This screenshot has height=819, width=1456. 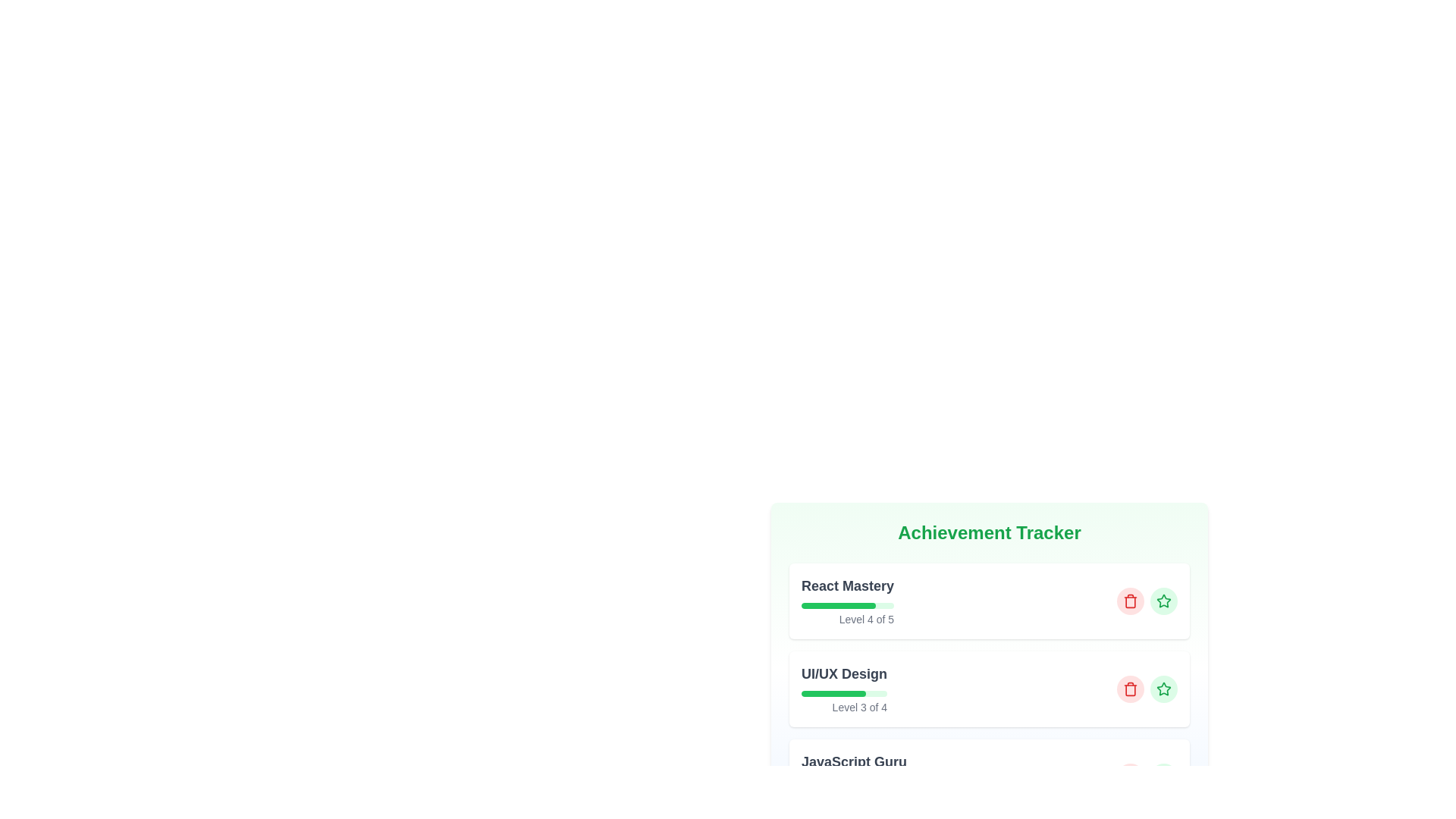 What do you see at coordinates (1163, 689) in the screenshot?
I see `the star icon with a green border inside the circular button located at the top right corner of the 'React Mastery' list item in the 'Achievement Tracker' section` at bounding box center [1163, 689].